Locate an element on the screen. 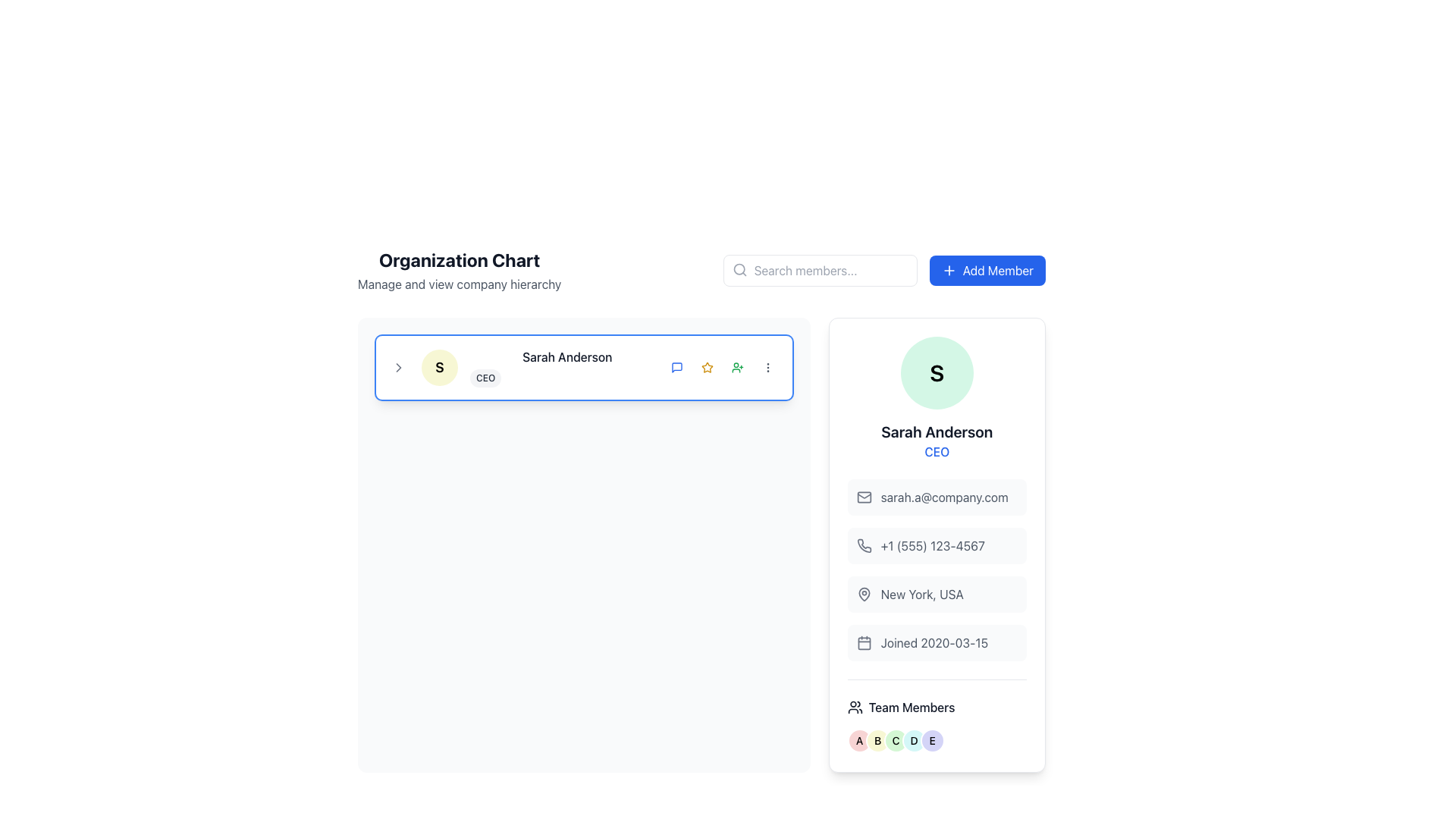 The width and height of the screenshot is (1456, 819). the phone number text displaying contact information for Sarah Anderson, located centrally in the right-side column under the associated heading is located at coordinates (932, 546).